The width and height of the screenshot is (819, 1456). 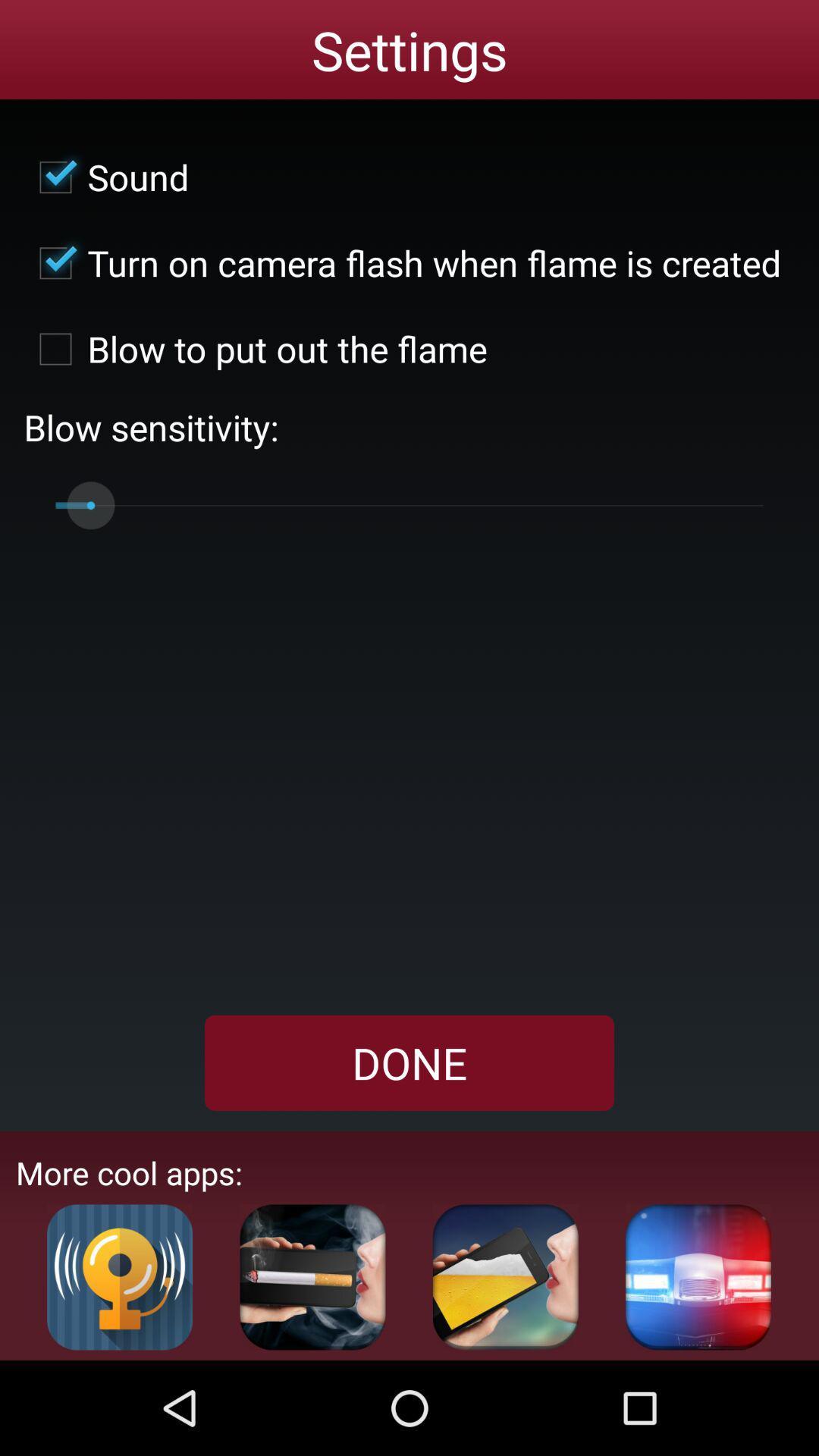 What do you see at coordinates (106, 177) in the screenshot?
I see `first check box in settings` at bounding box center [106, 177].